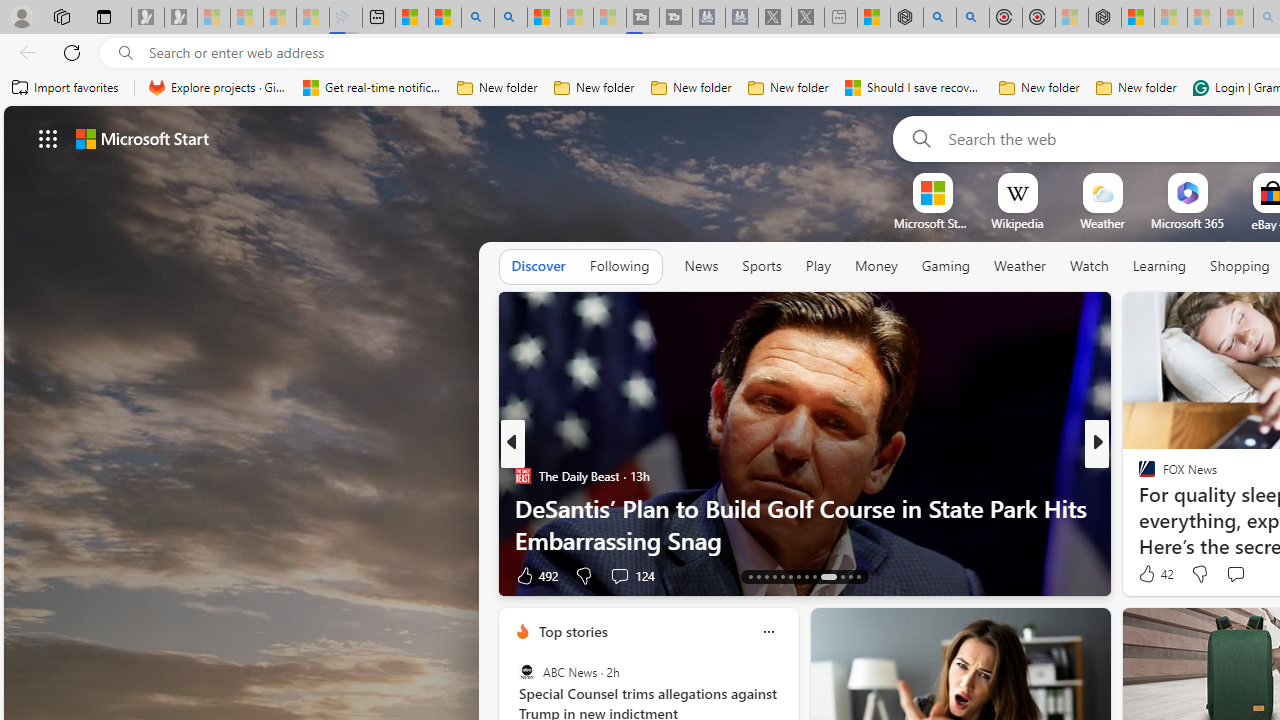 This screenshot has width=1280, height=720. I want to click on 'Should I save recovered Word documents? - Microsoft Support', so click(912, 87).